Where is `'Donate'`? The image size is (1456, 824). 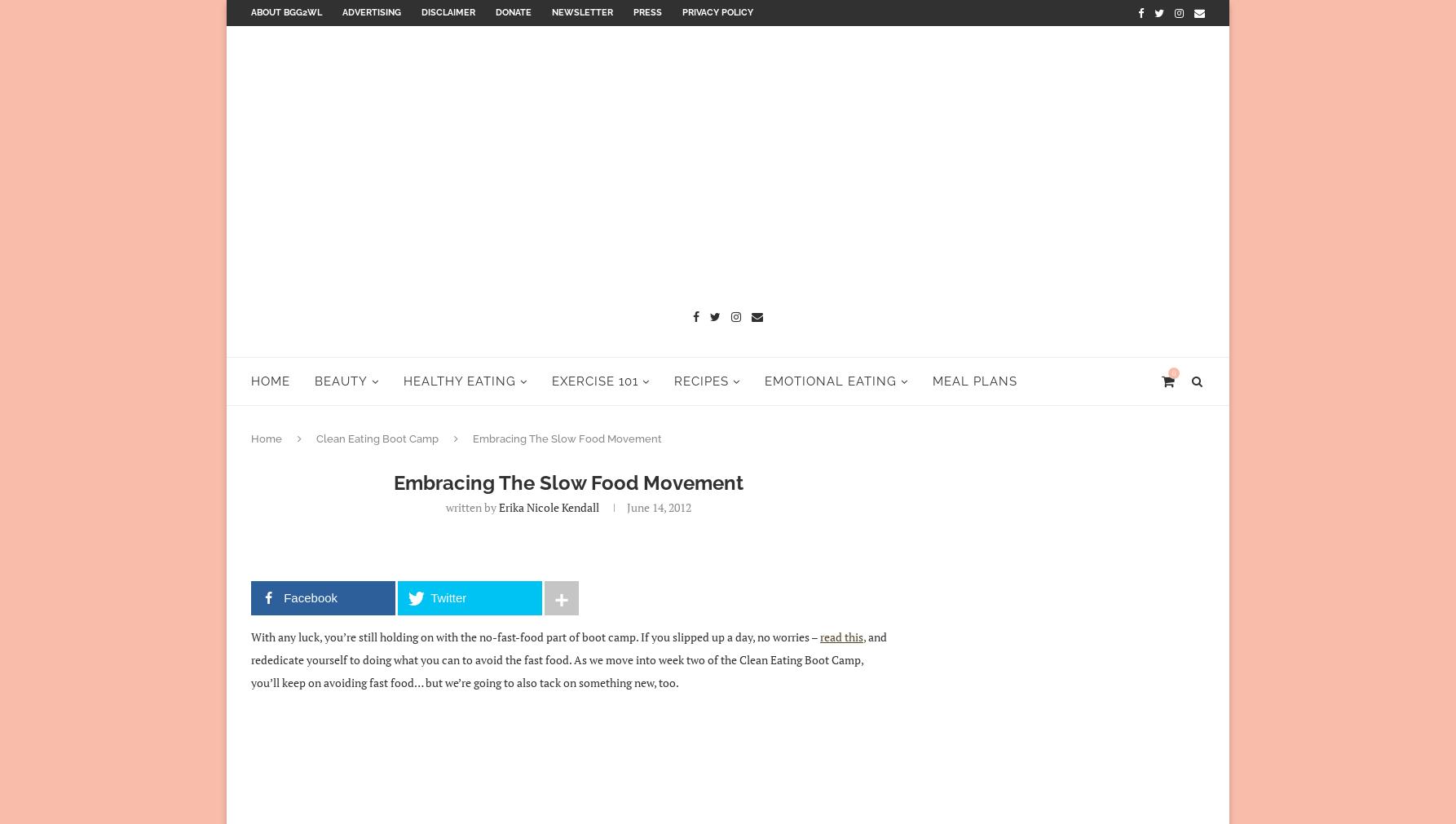 'Donate' is located at coordinates (513, 11).